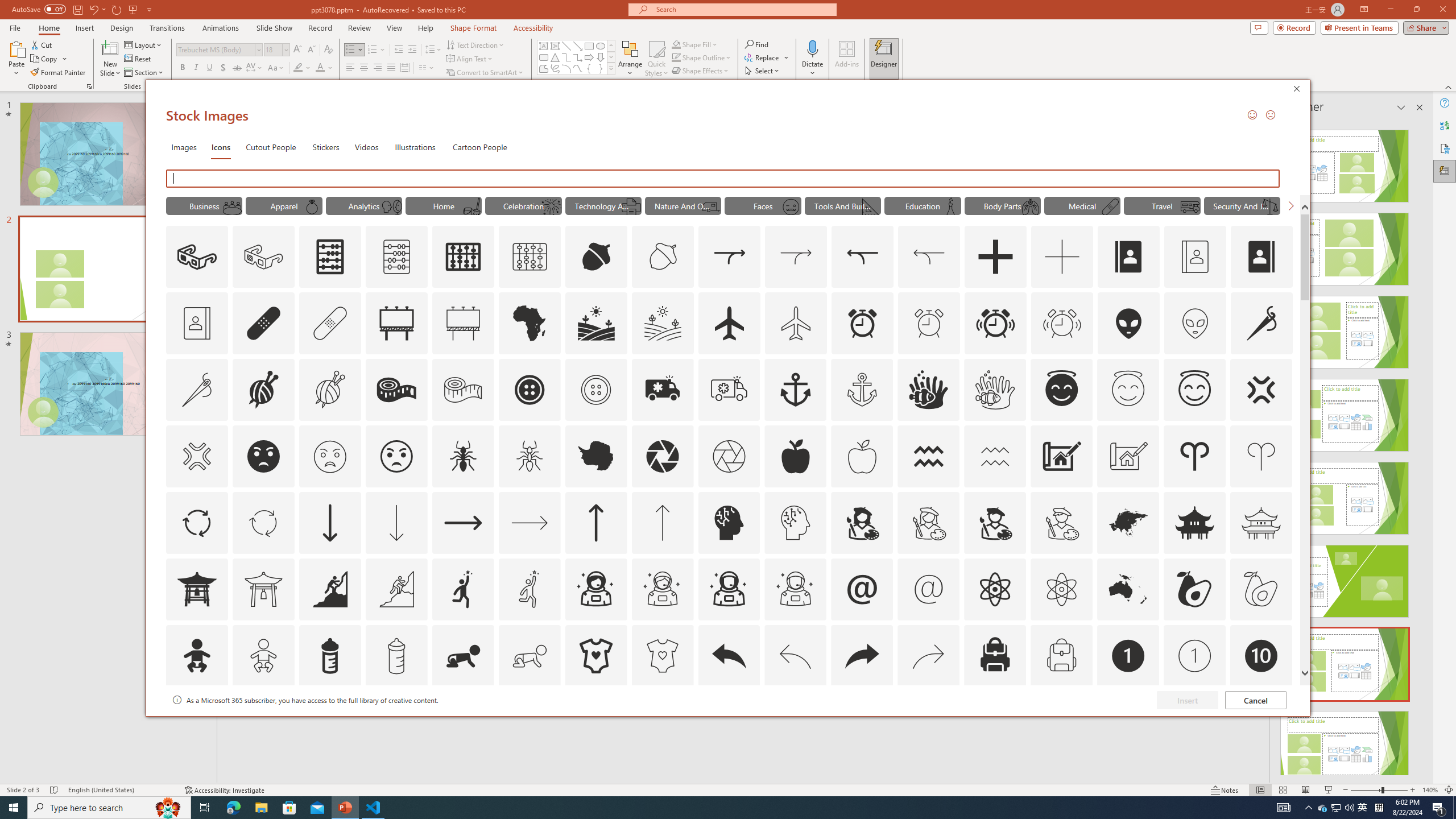  What do you see at coordinates (196, 390) in the screenshot?
I see `'AutomationID: Icons_AlterationsTailoring_M'` at bounding box center [196, 390].